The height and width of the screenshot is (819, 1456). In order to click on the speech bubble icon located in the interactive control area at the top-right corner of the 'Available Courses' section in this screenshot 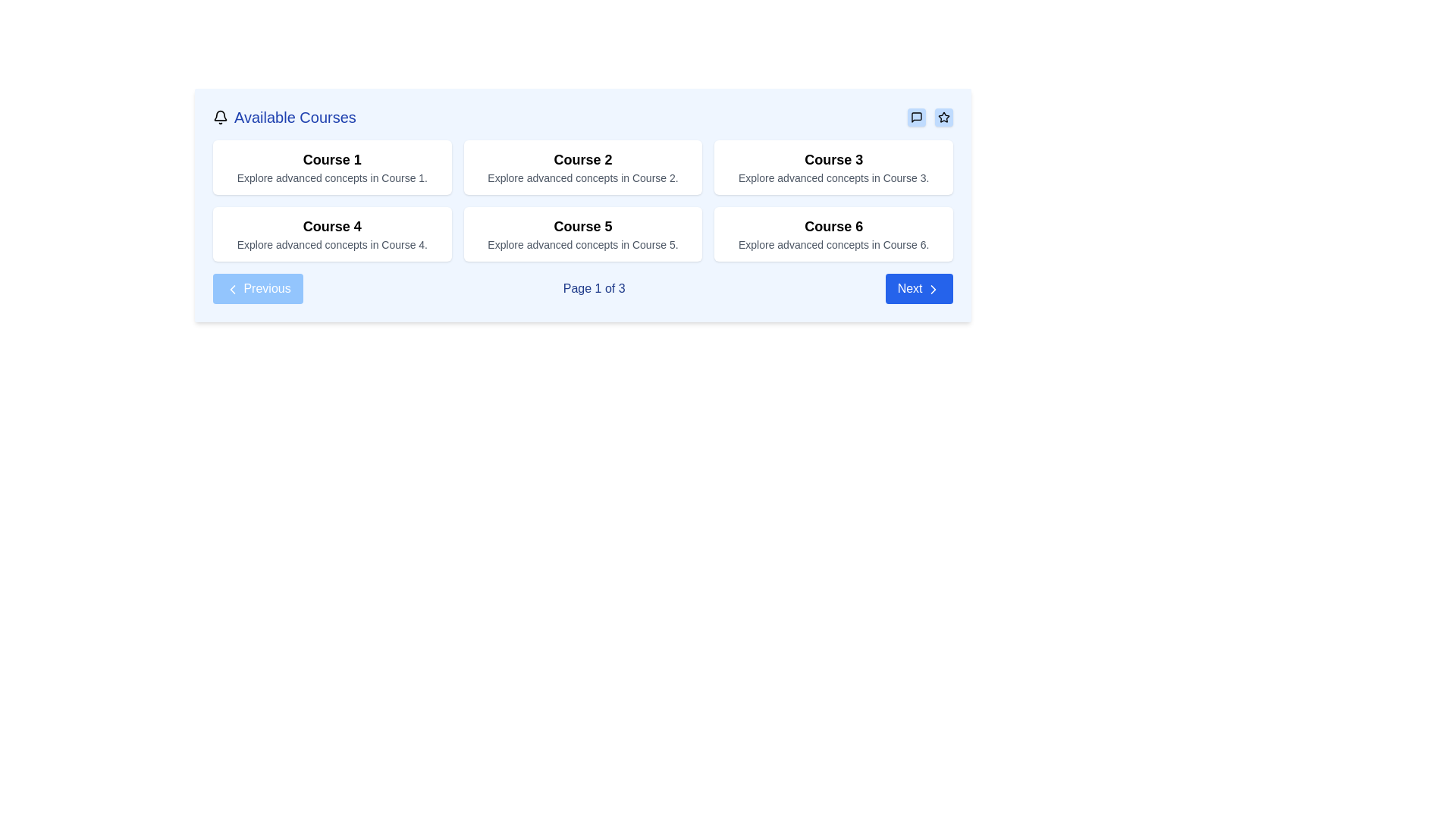, I will do `click(930, 116)`.